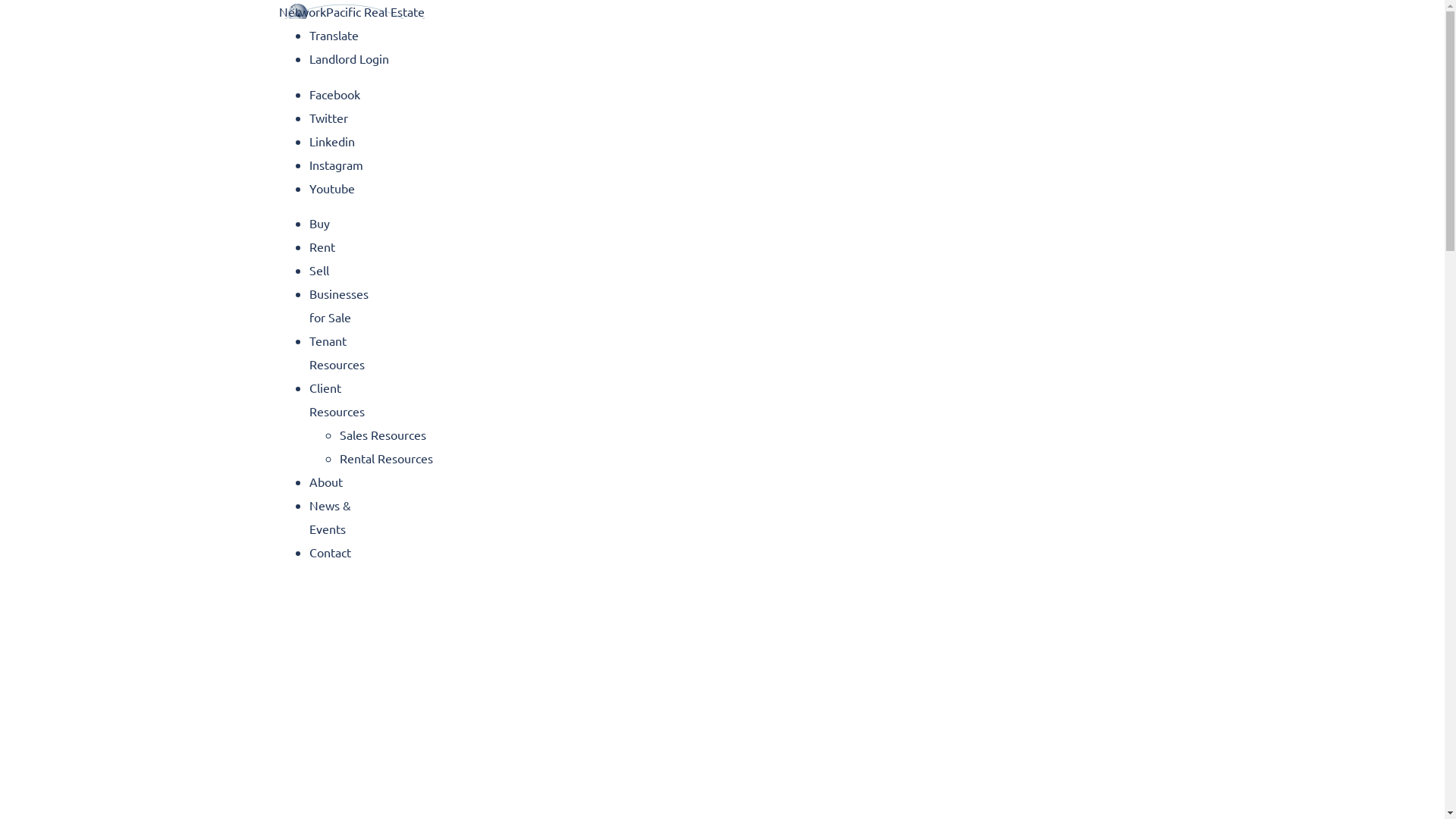 Image resolution: width=1456 pixels, height=819 pixels. I want to click on 'Landlord Login', so click(309, 58).